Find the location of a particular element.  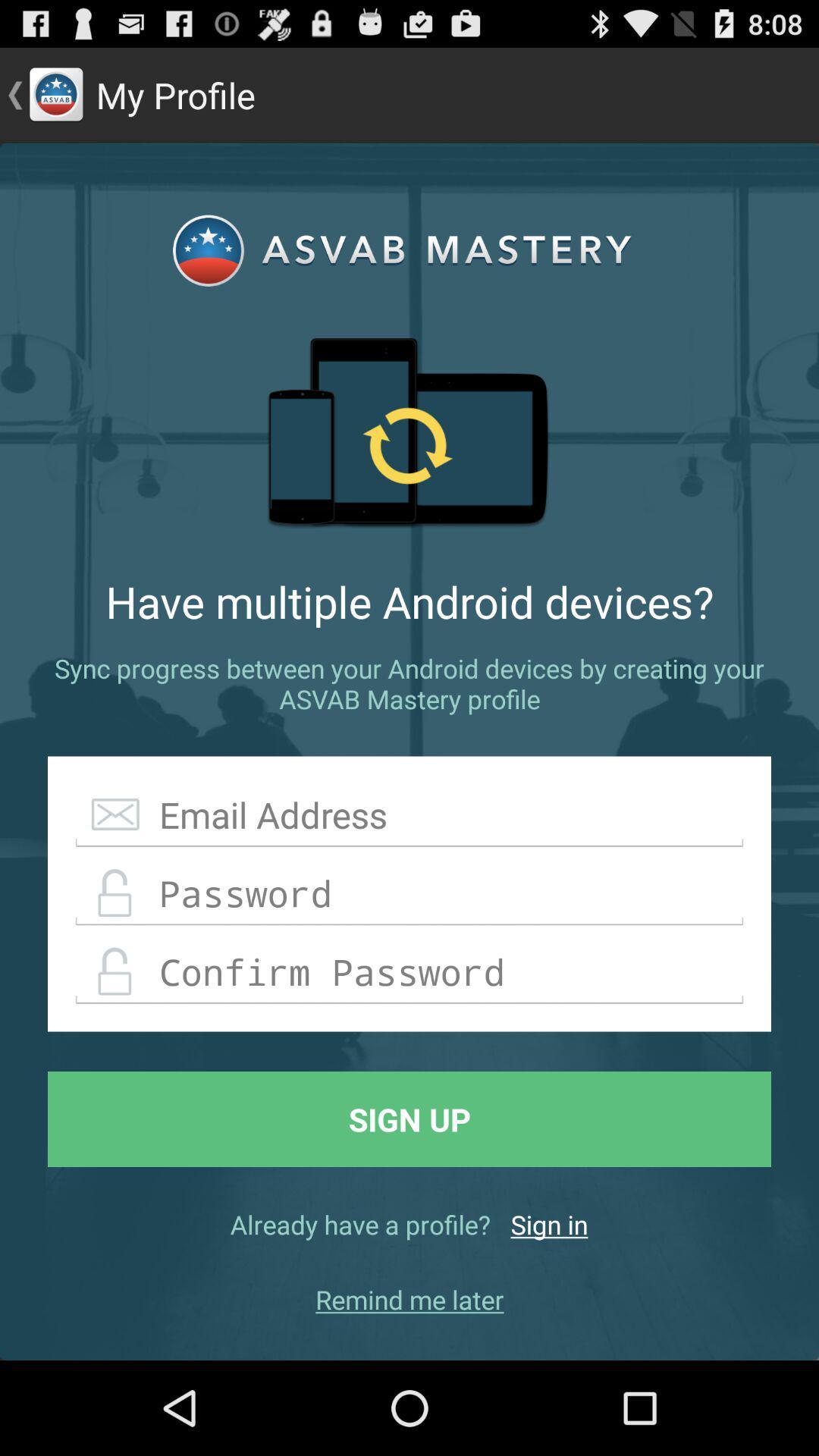

sign up icon is located at coordinates (409, 1119).